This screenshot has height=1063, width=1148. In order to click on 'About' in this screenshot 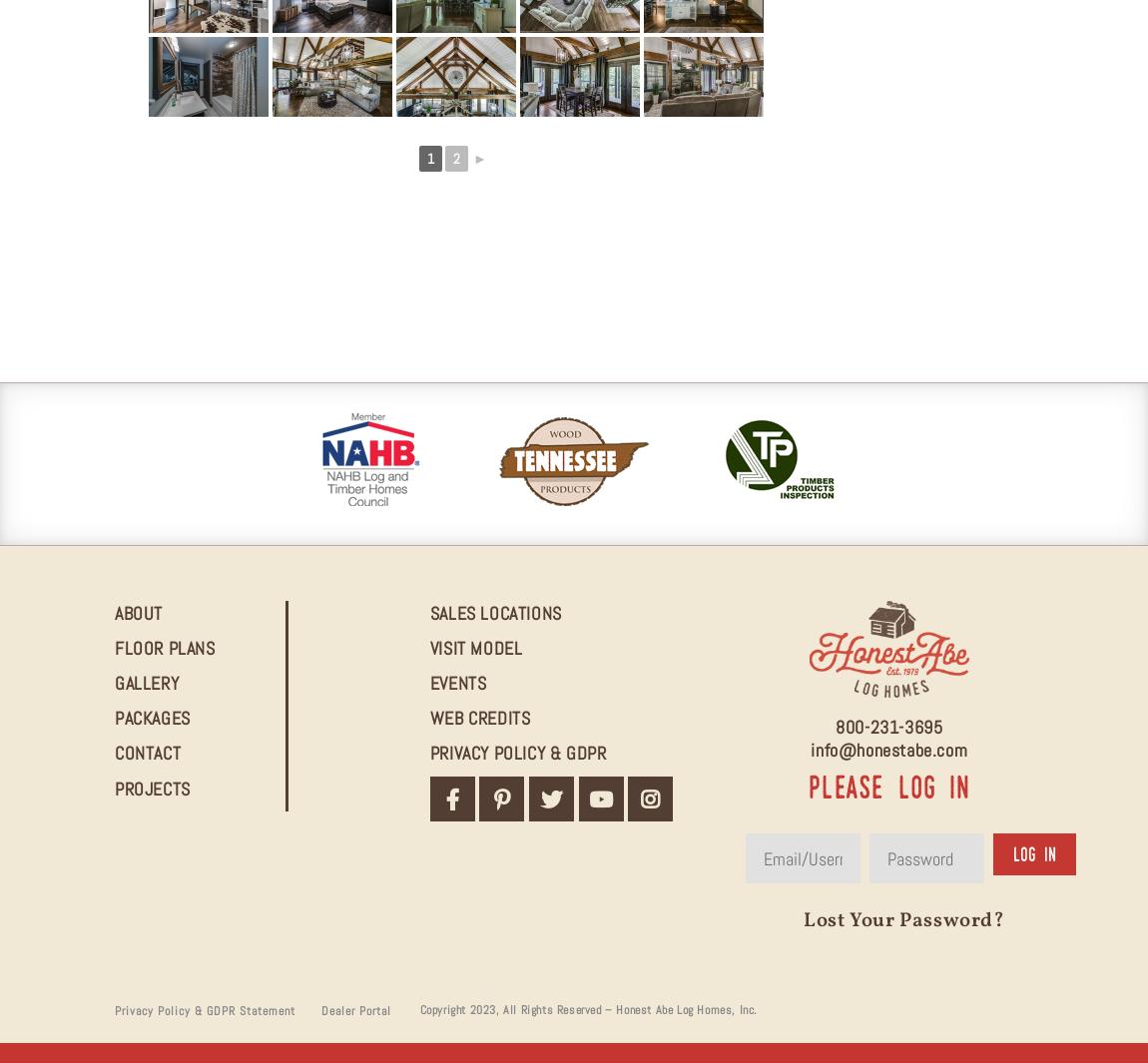, I will do `click(114, 612)`.